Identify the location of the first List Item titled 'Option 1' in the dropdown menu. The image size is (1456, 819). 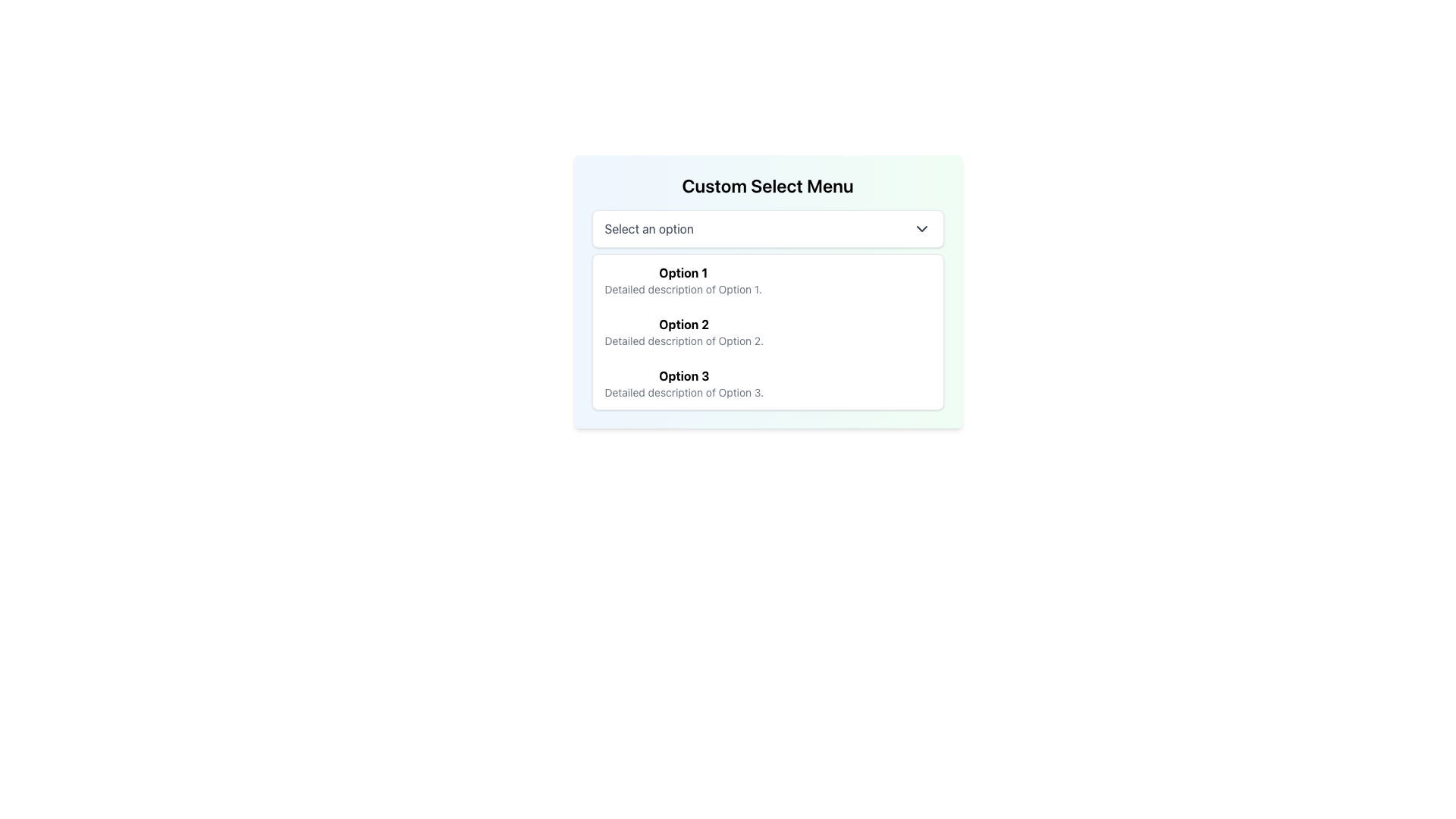
(682, 281).